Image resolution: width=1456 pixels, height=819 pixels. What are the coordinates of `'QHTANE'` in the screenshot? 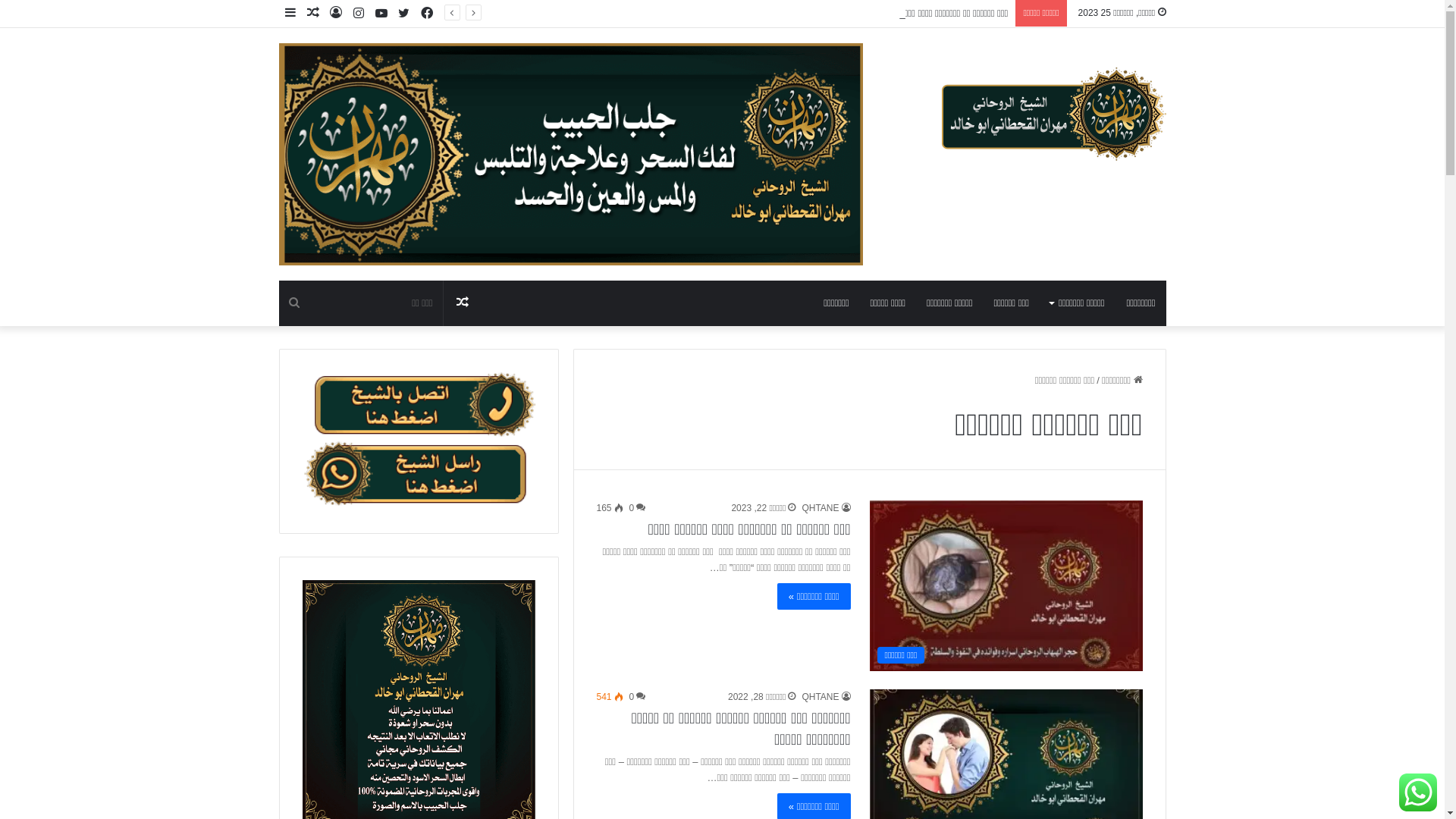 It's located at (825, 696).